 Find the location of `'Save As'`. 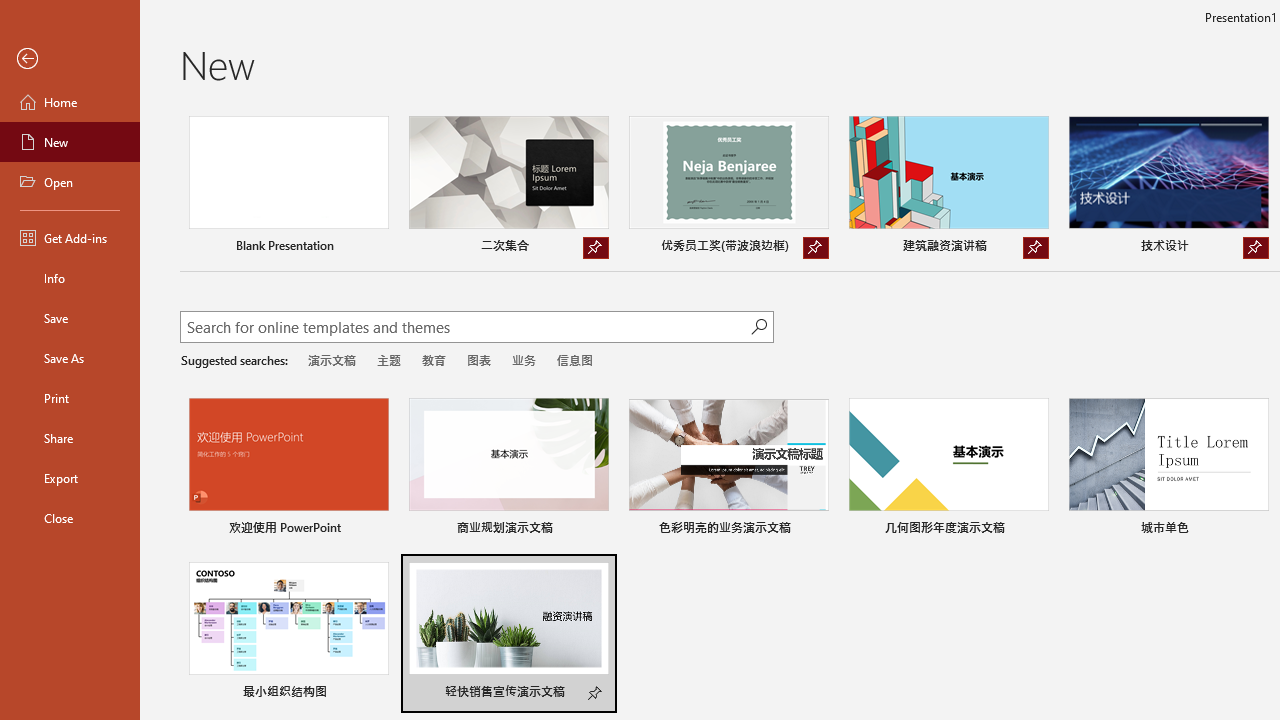

'Save As' is located at coordinates (69, 356).